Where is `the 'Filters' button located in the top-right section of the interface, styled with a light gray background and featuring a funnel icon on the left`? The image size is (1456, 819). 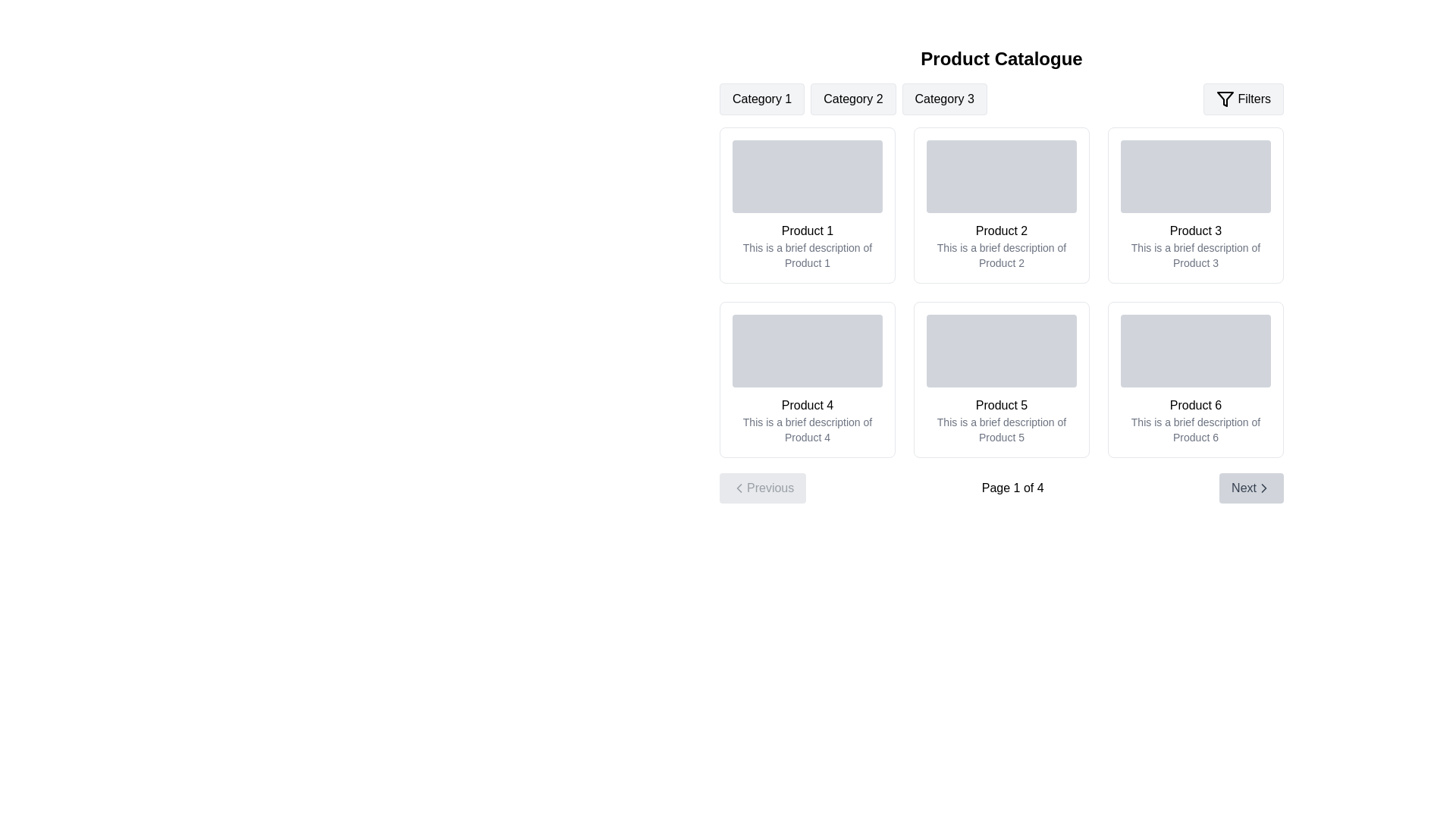
the 'Filters' button located in the top-right section of the interface, styled with a light gray background and featuring a funnel icon on the left is located at coordinates (1244, 99).